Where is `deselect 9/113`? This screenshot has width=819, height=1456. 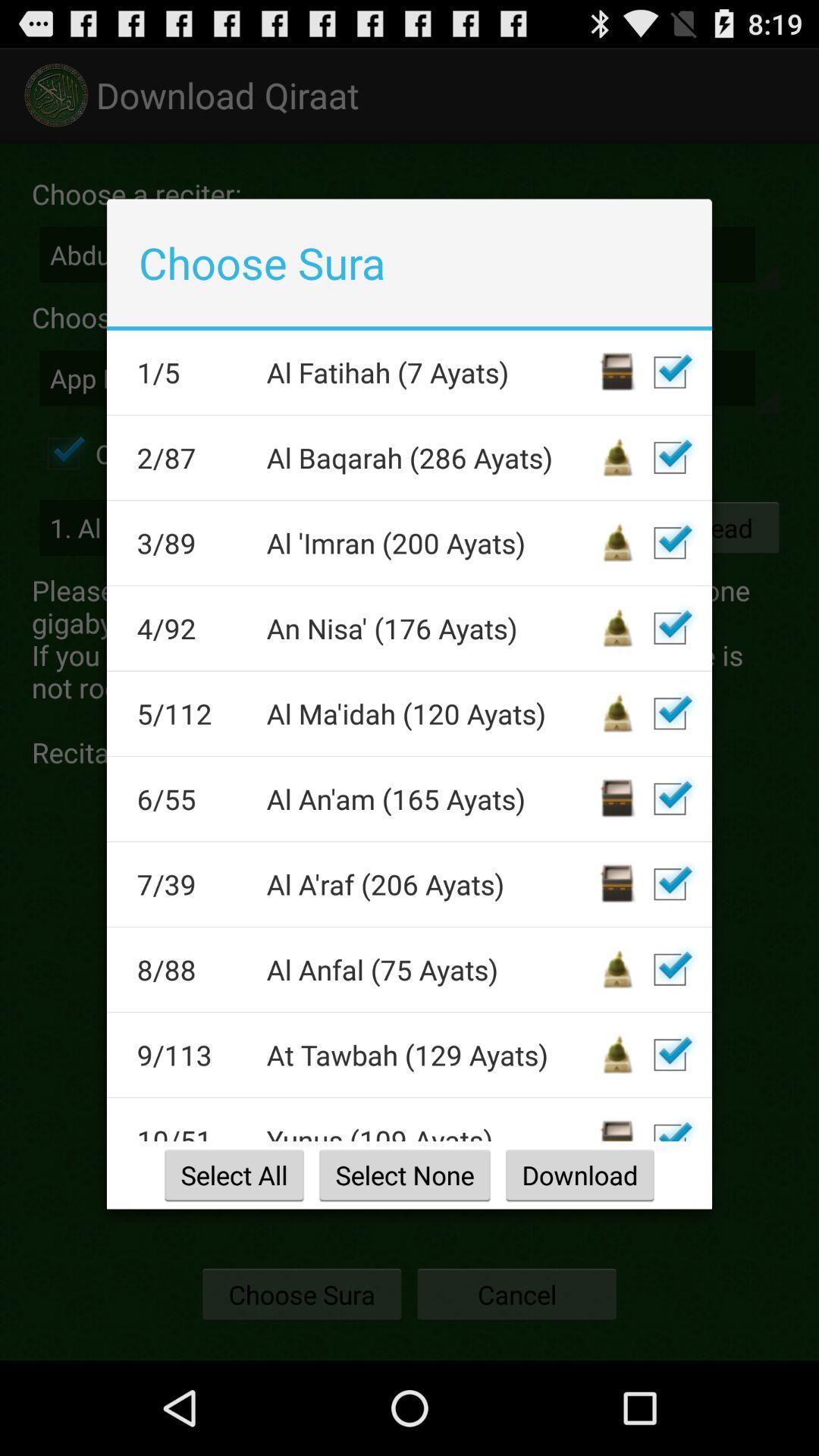
deselect 9/113 is located at coordinates (669, 1054).